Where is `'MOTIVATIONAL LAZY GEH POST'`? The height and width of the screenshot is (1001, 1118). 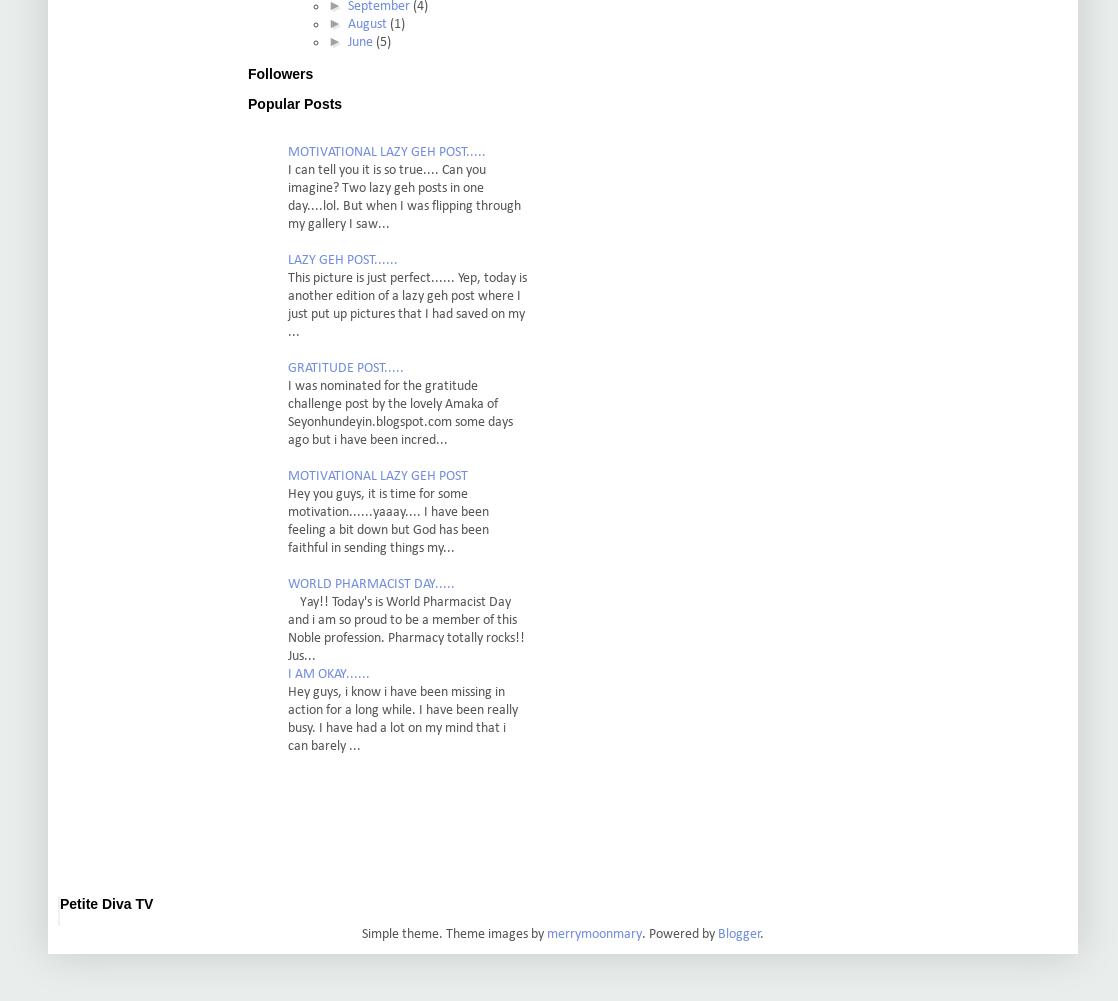
'MOTIVATIONAL LAZY GEH POST' is located at coordinates (286, 476).